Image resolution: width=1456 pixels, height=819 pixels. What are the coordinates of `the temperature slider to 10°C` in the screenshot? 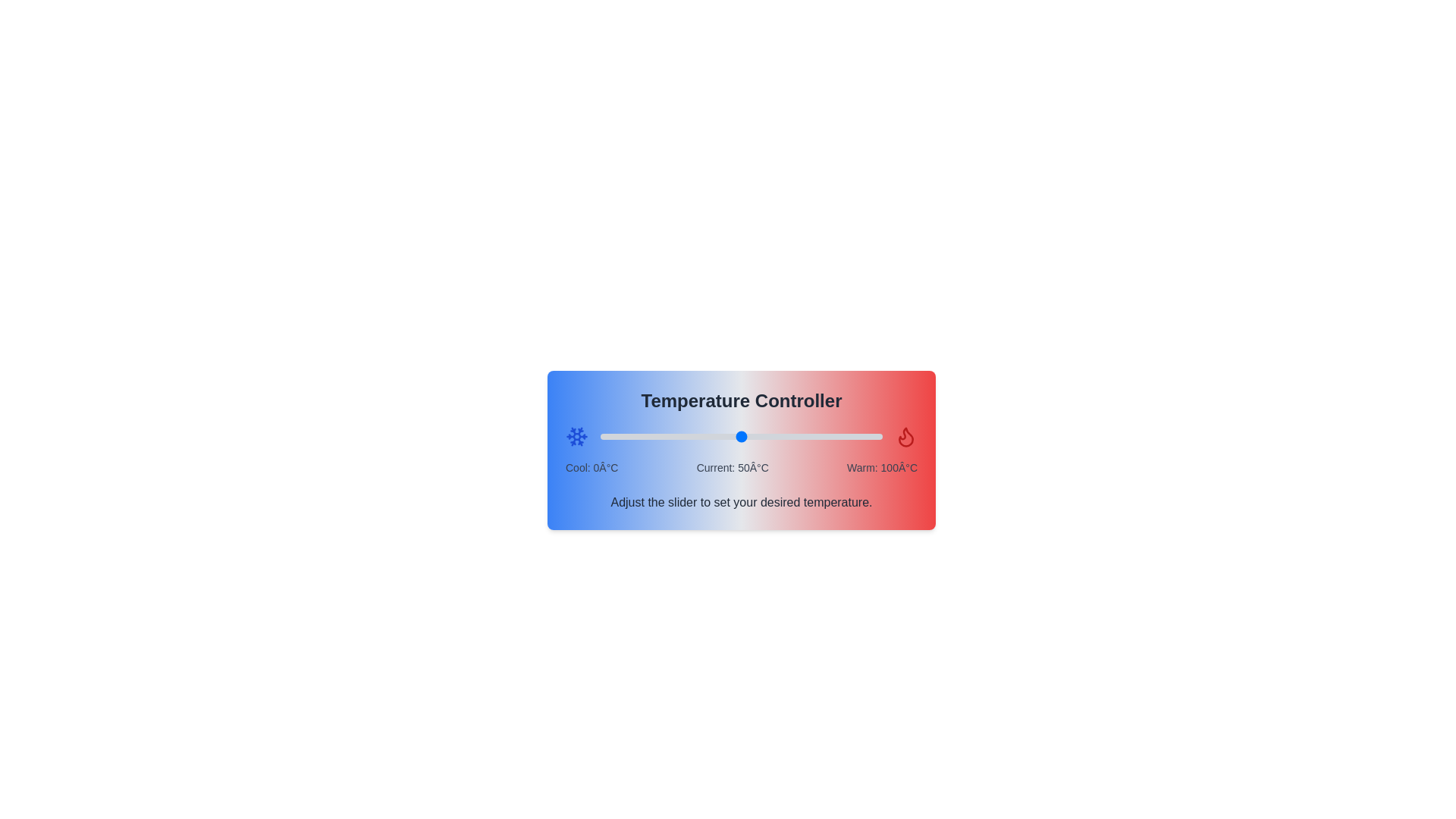 It's located at (629, 436).